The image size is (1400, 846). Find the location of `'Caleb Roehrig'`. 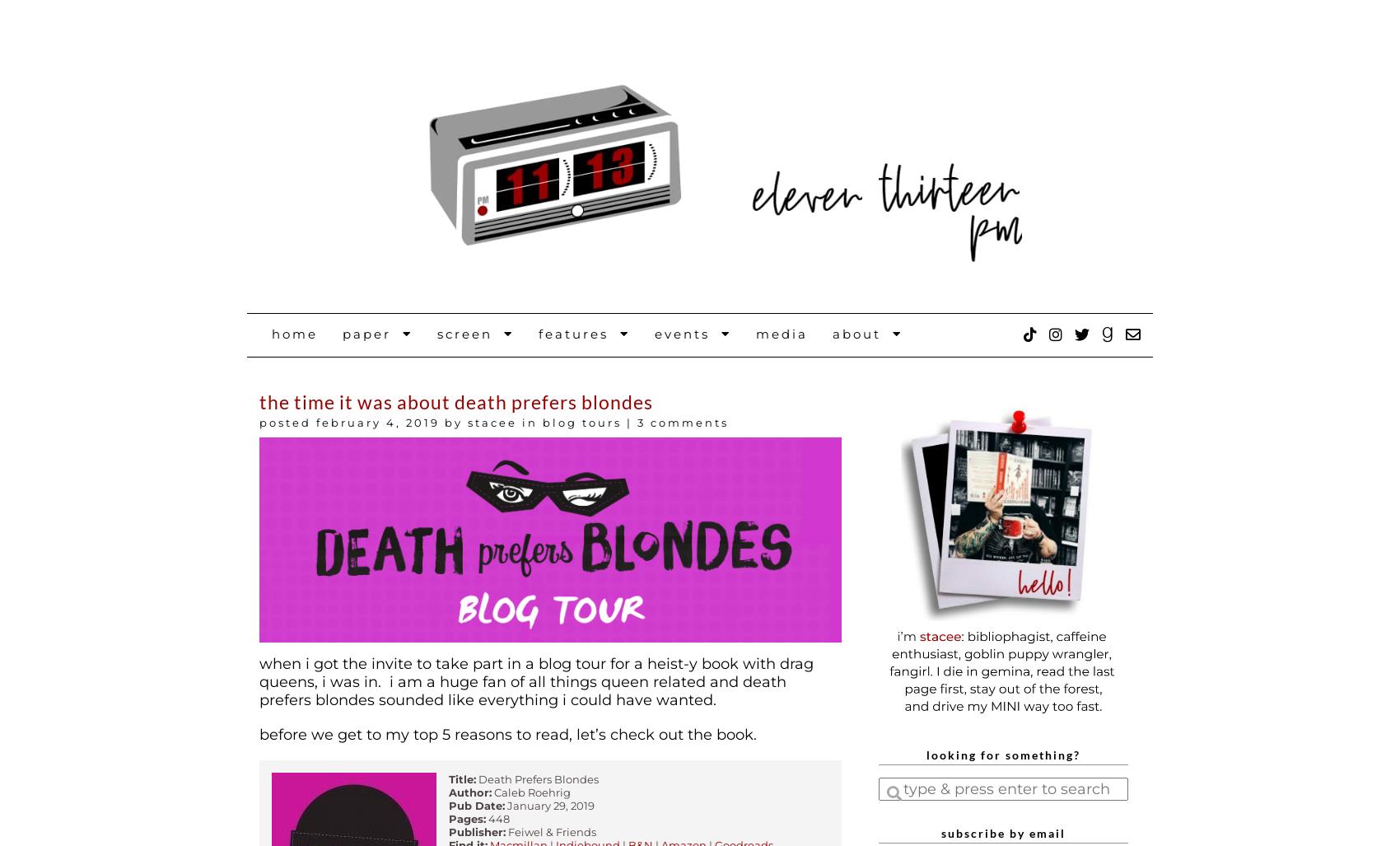

'Caleb Roehrig' is located at coordinates (491, 791).